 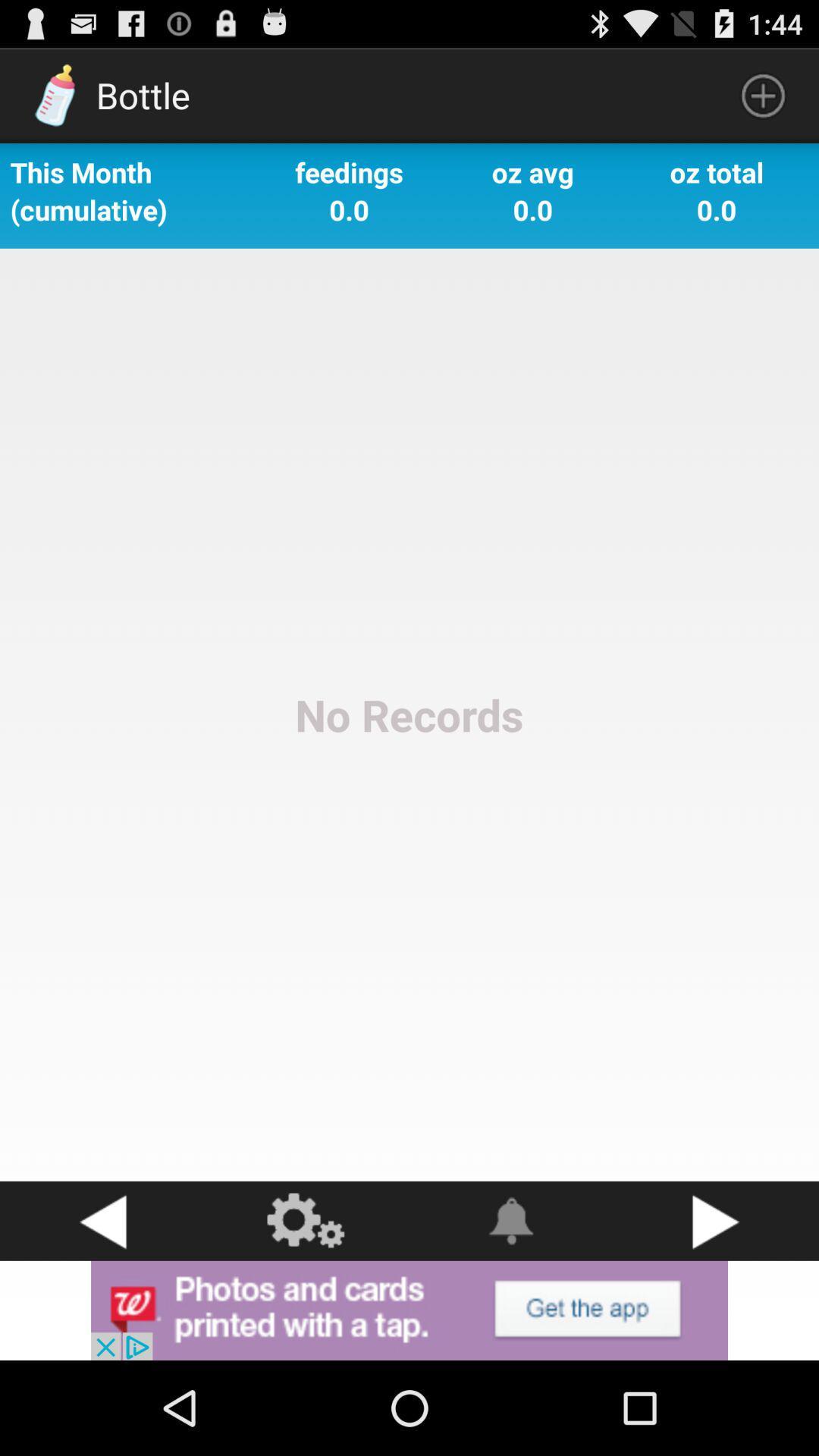 I want to click on click on add, so click(x=409, y=1310).